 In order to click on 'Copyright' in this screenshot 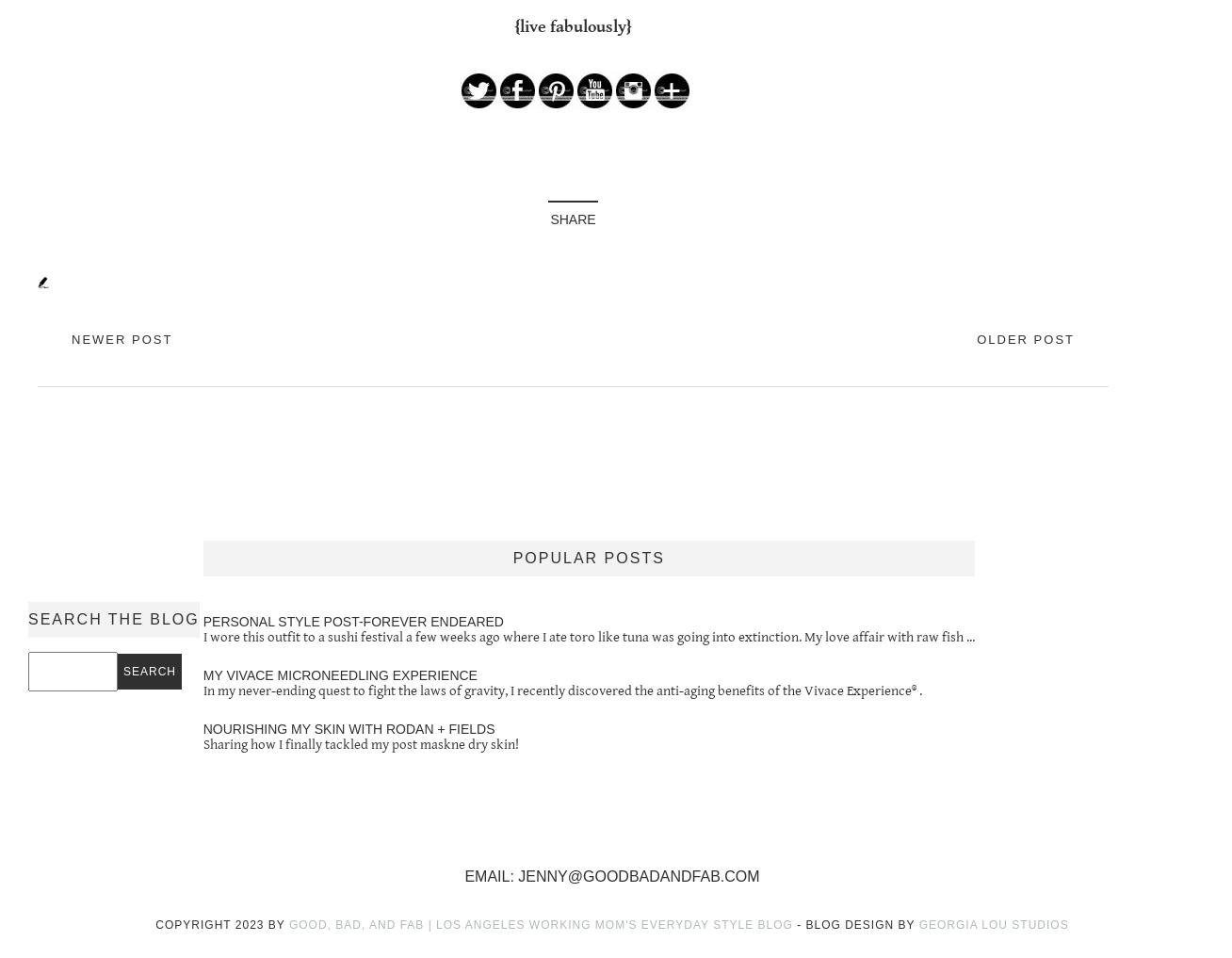, I will do `click(195, 925)`.